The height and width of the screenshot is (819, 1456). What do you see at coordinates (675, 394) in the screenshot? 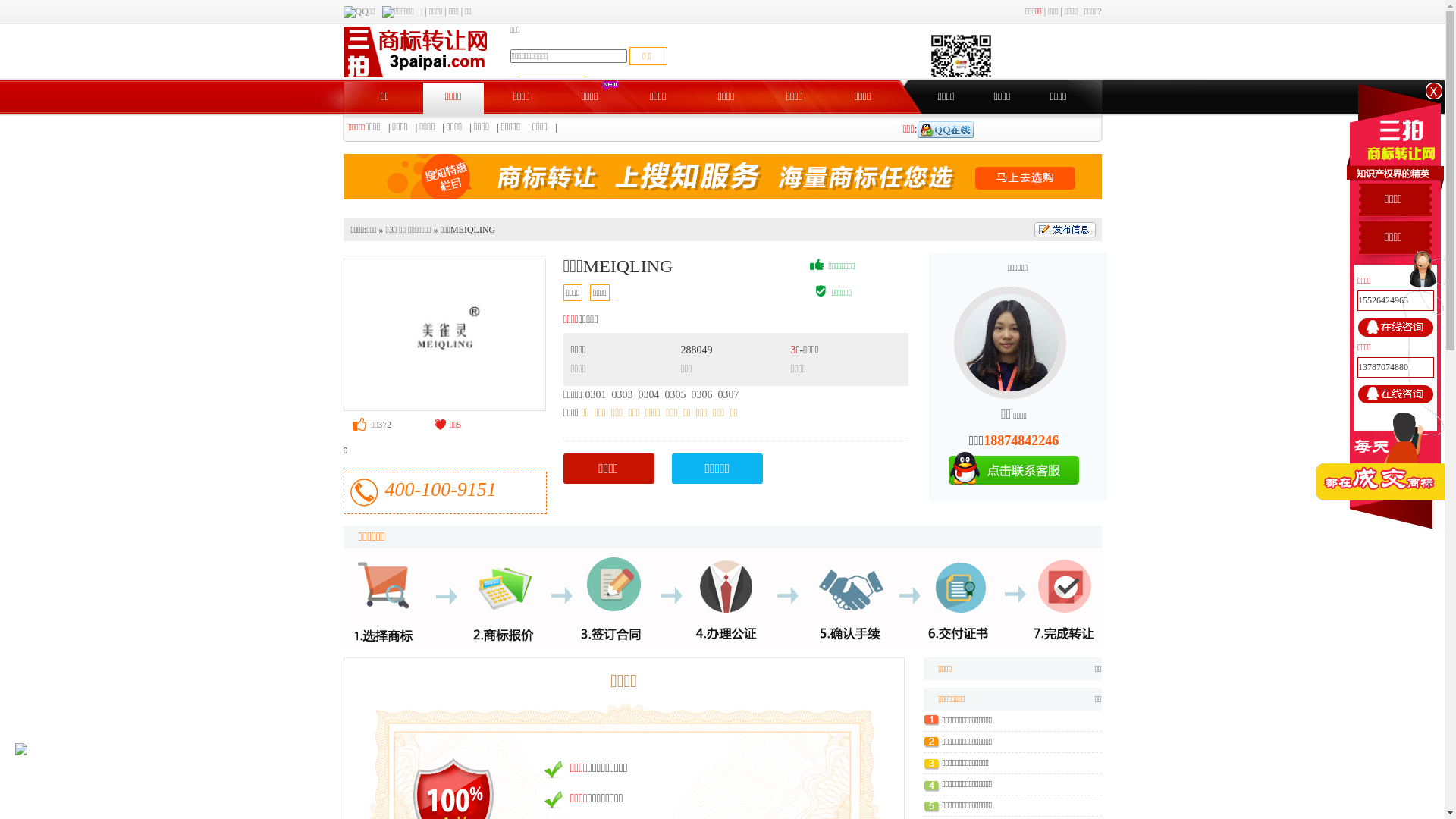
I see `'0305'` at bounding box center [675, 394].